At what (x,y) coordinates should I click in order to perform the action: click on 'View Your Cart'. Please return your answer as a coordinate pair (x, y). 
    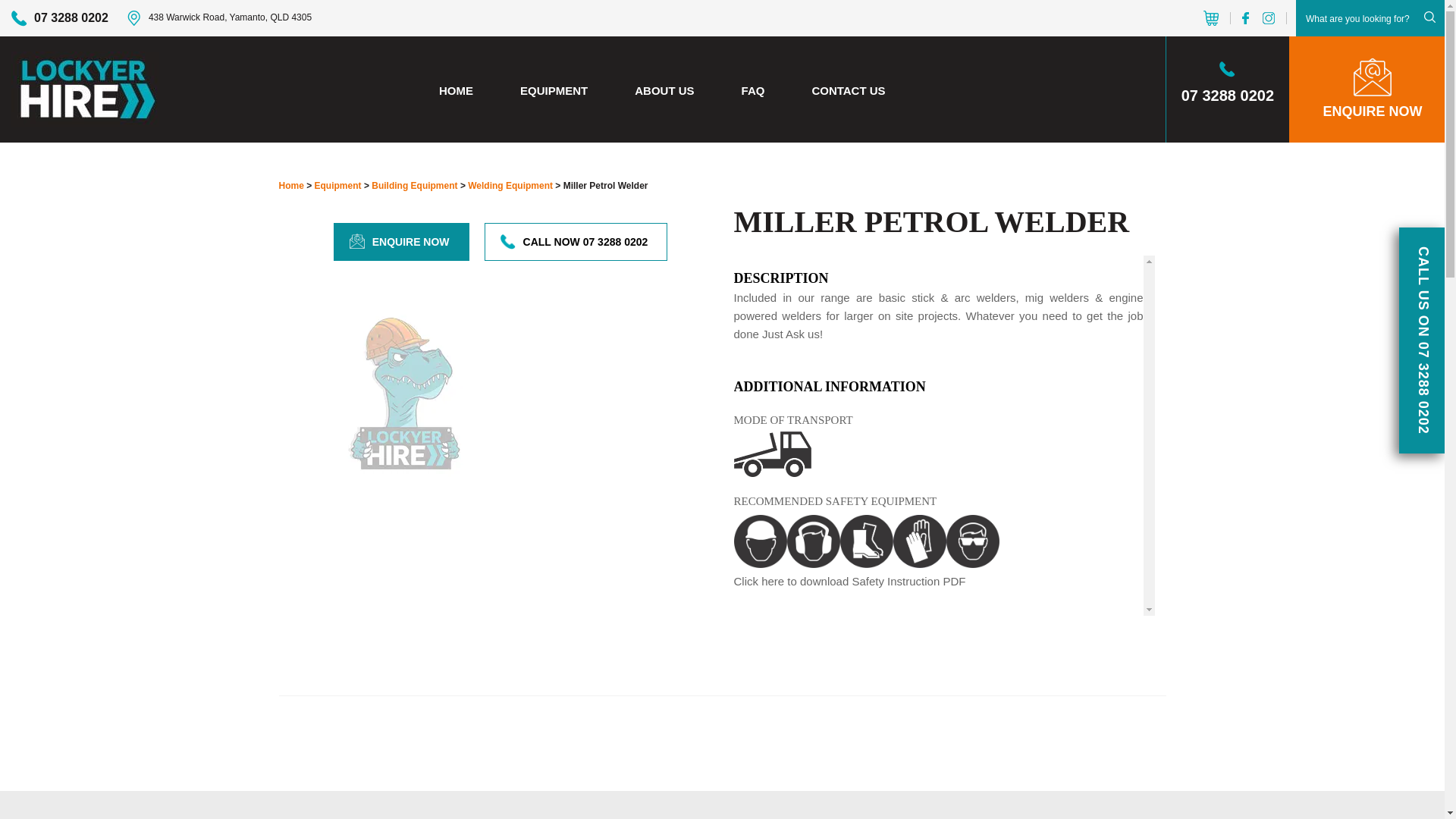
    Looking at the image, I should click on (1210, 17).